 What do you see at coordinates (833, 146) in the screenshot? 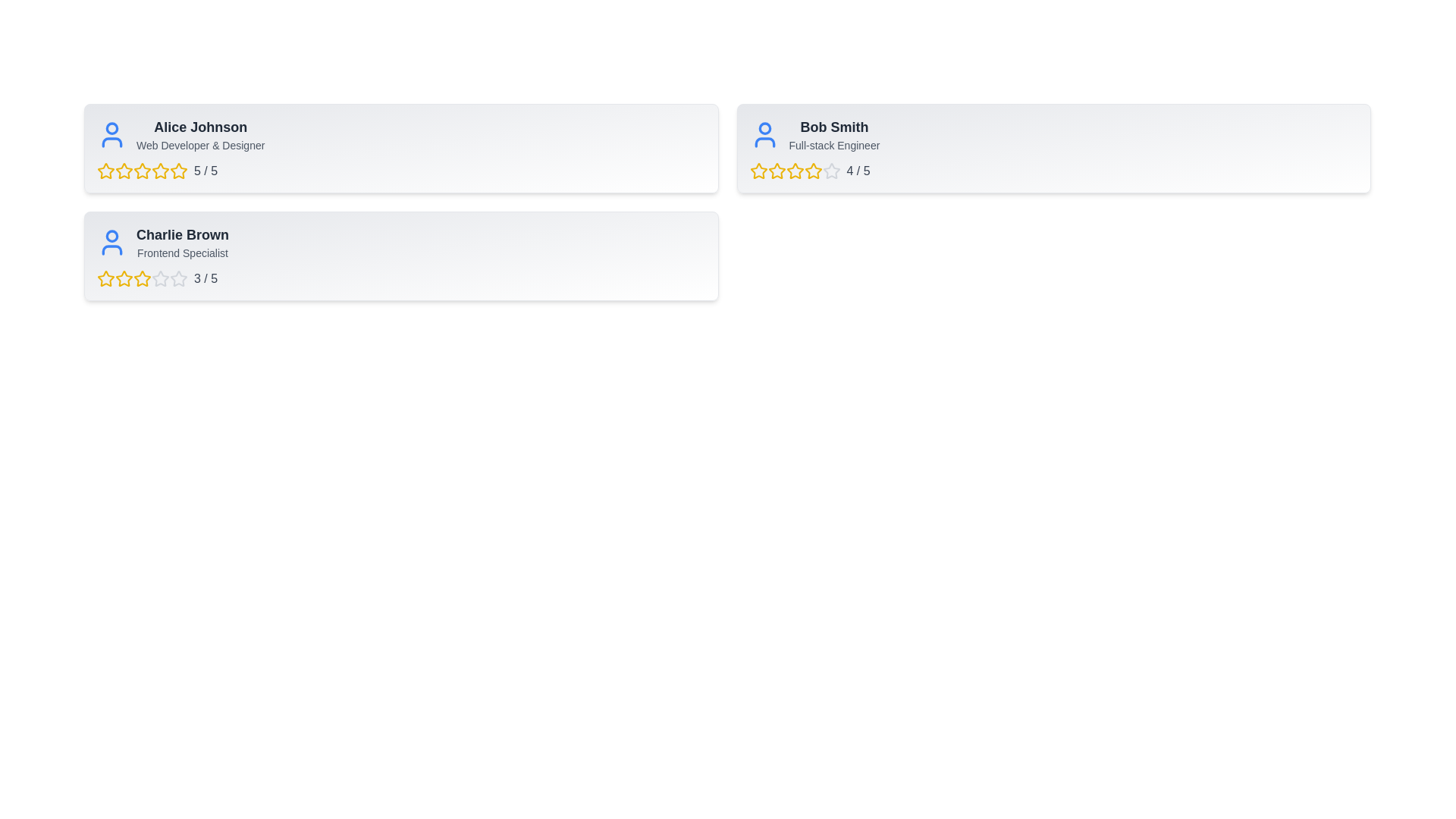
I see `the biography of the user Bob Smith` at bounding box center [833, 146].